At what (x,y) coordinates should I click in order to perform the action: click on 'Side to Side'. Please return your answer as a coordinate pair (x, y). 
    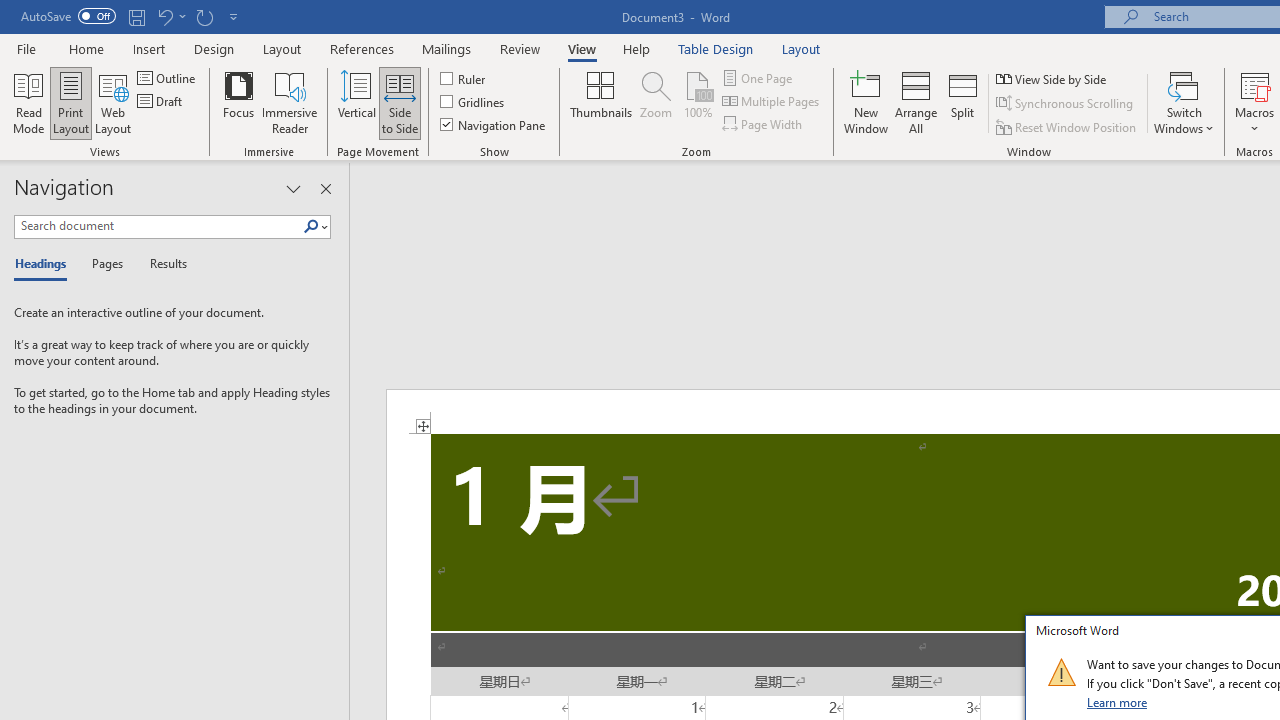
    Looking at the image, I should click on (400, 103).